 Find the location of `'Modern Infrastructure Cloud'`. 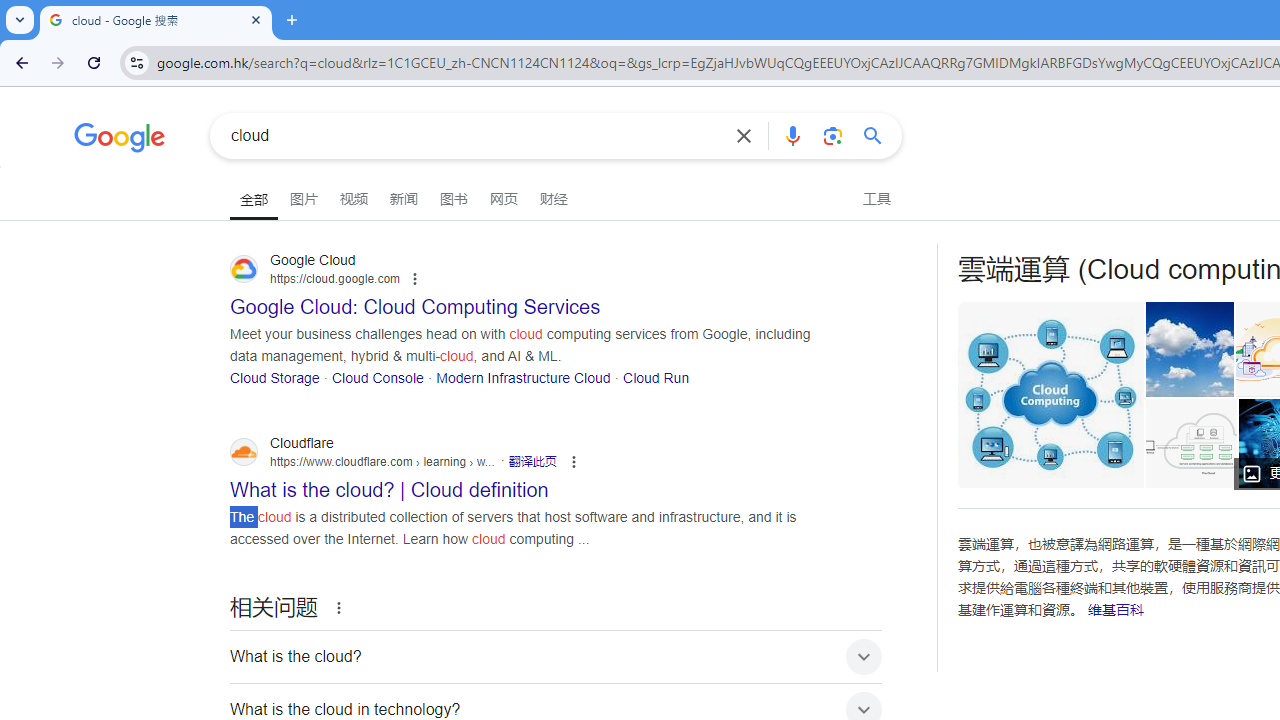

'Modern Infrastructure Cloud' is located at coordinates (523, 377).